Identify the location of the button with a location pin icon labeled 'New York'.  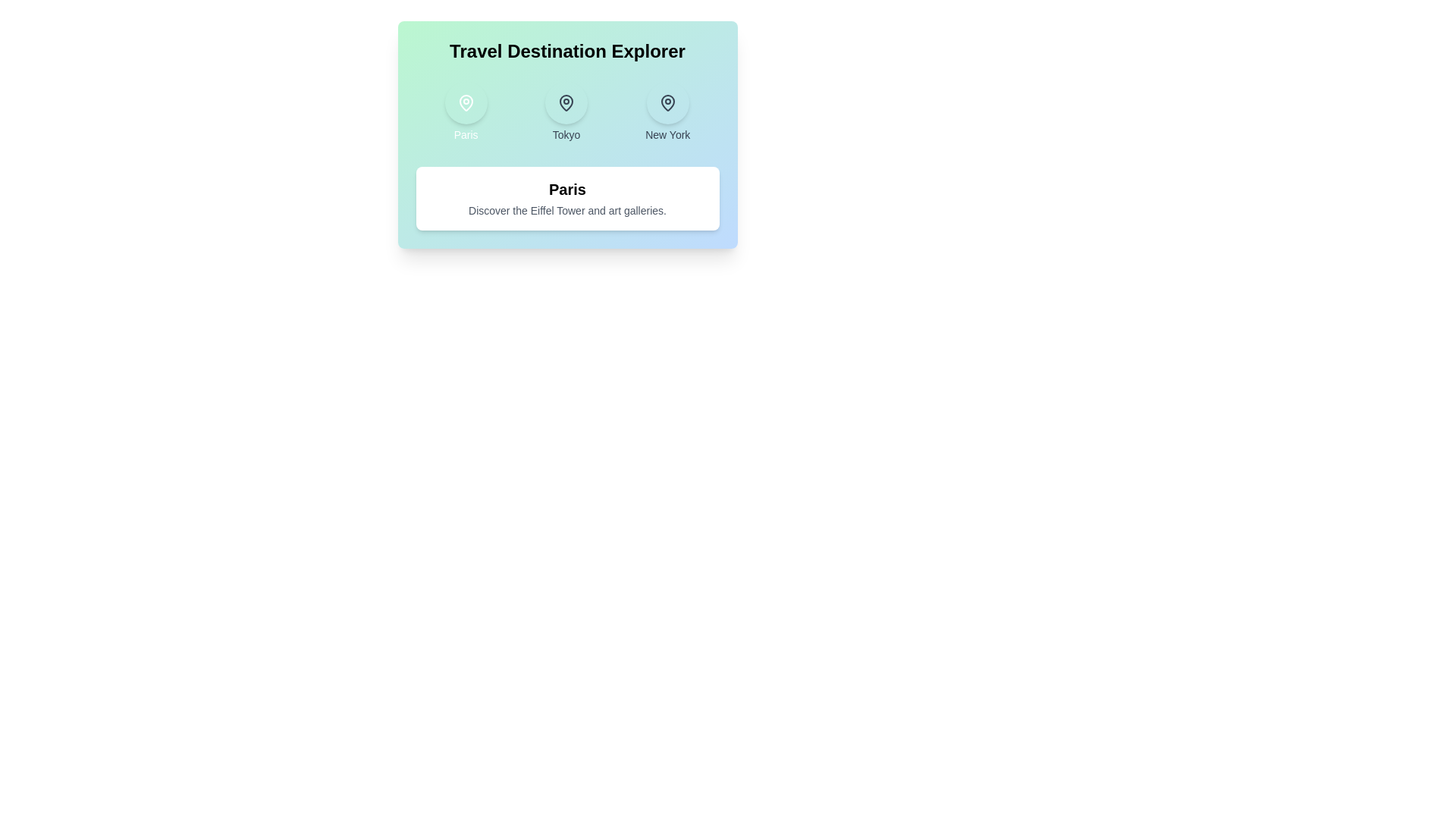
(667, 111).